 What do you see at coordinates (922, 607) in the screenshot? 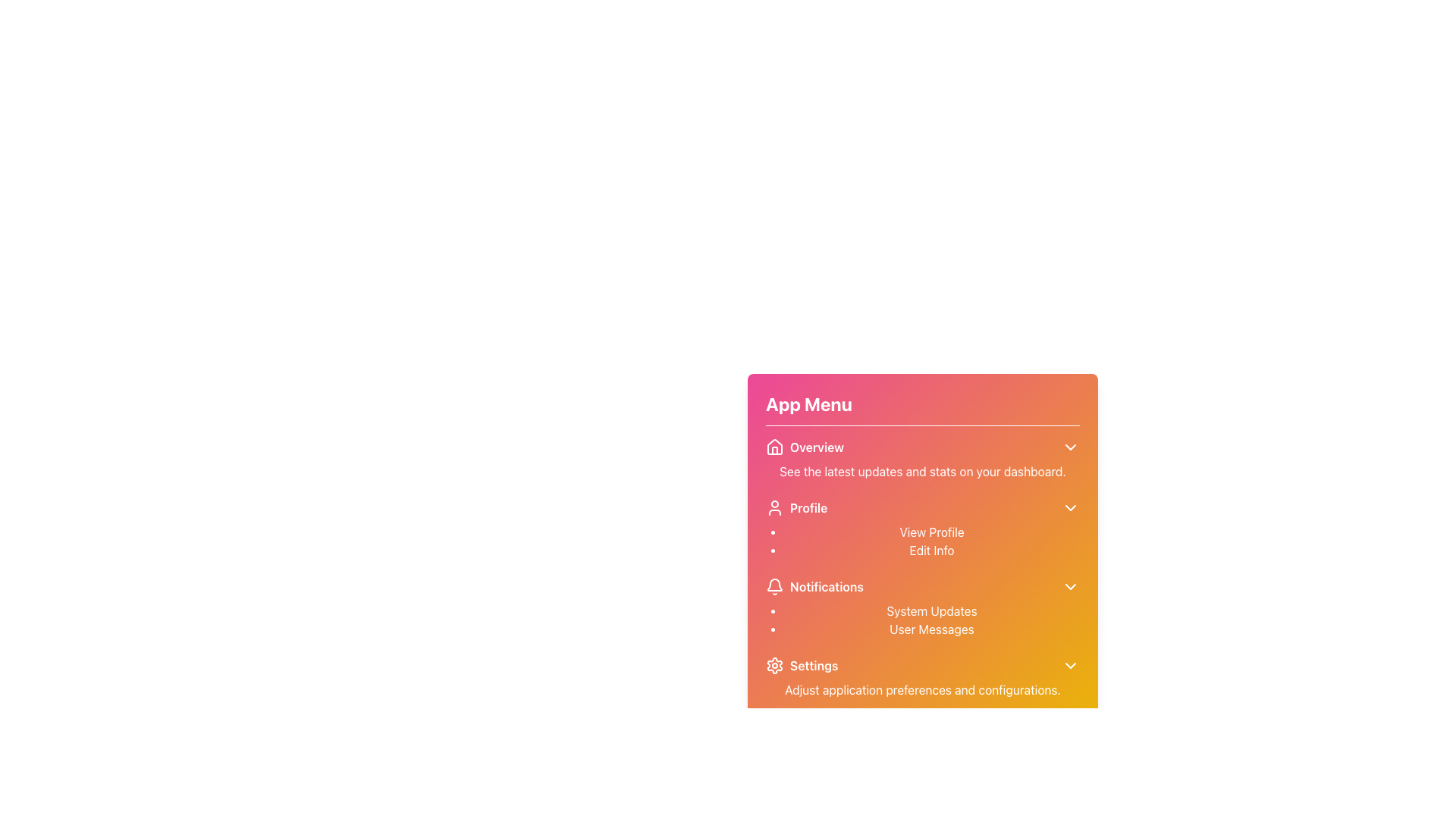
I see `the 'Notifications' text list that displays 'System Updates' and 'User Messages'` at bounding box center [922, 607].